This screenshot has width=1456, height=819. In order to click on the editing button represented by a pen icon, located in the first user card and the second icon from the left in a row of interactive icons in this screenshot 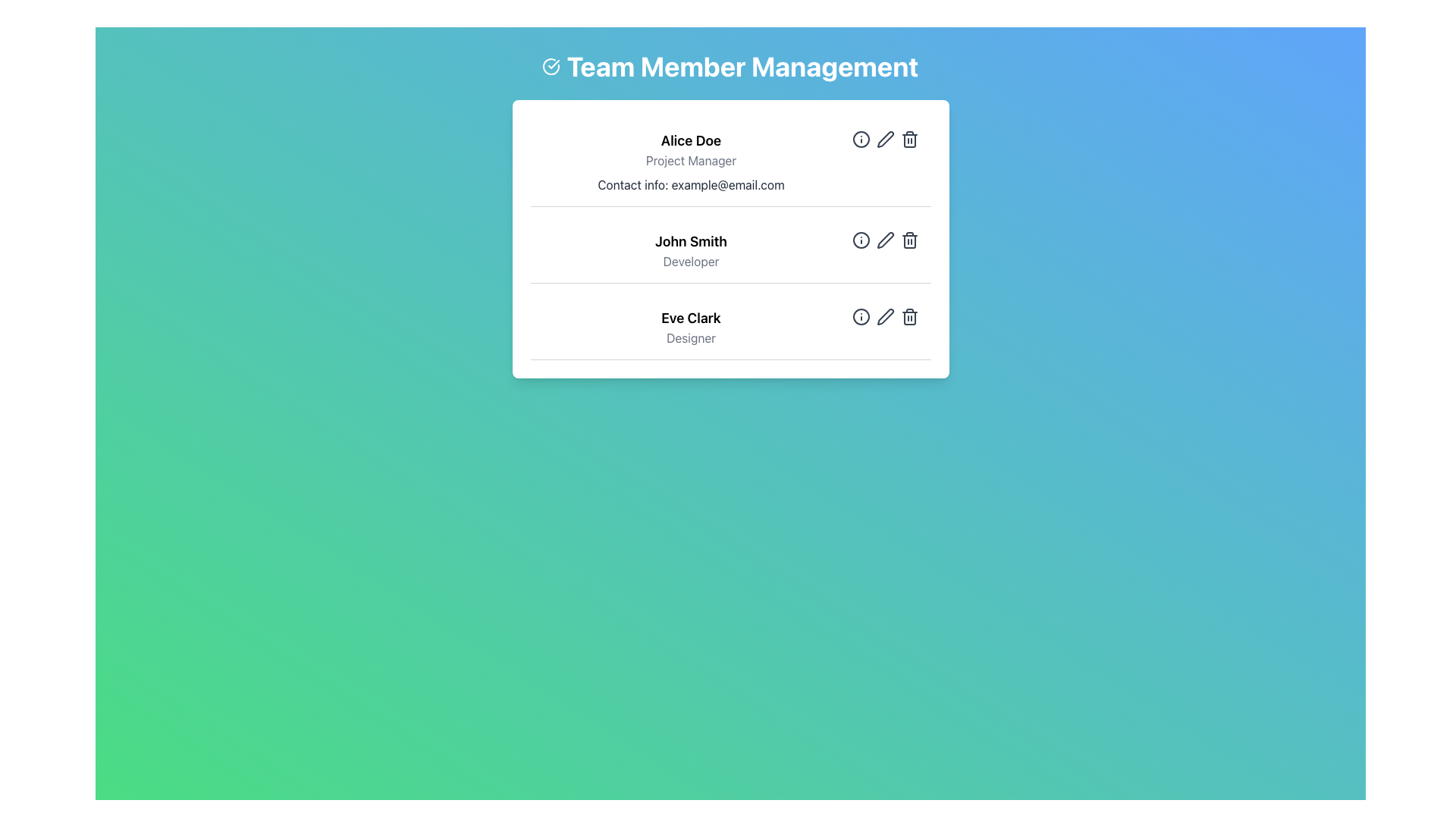, I will do `click(885, 140)`.